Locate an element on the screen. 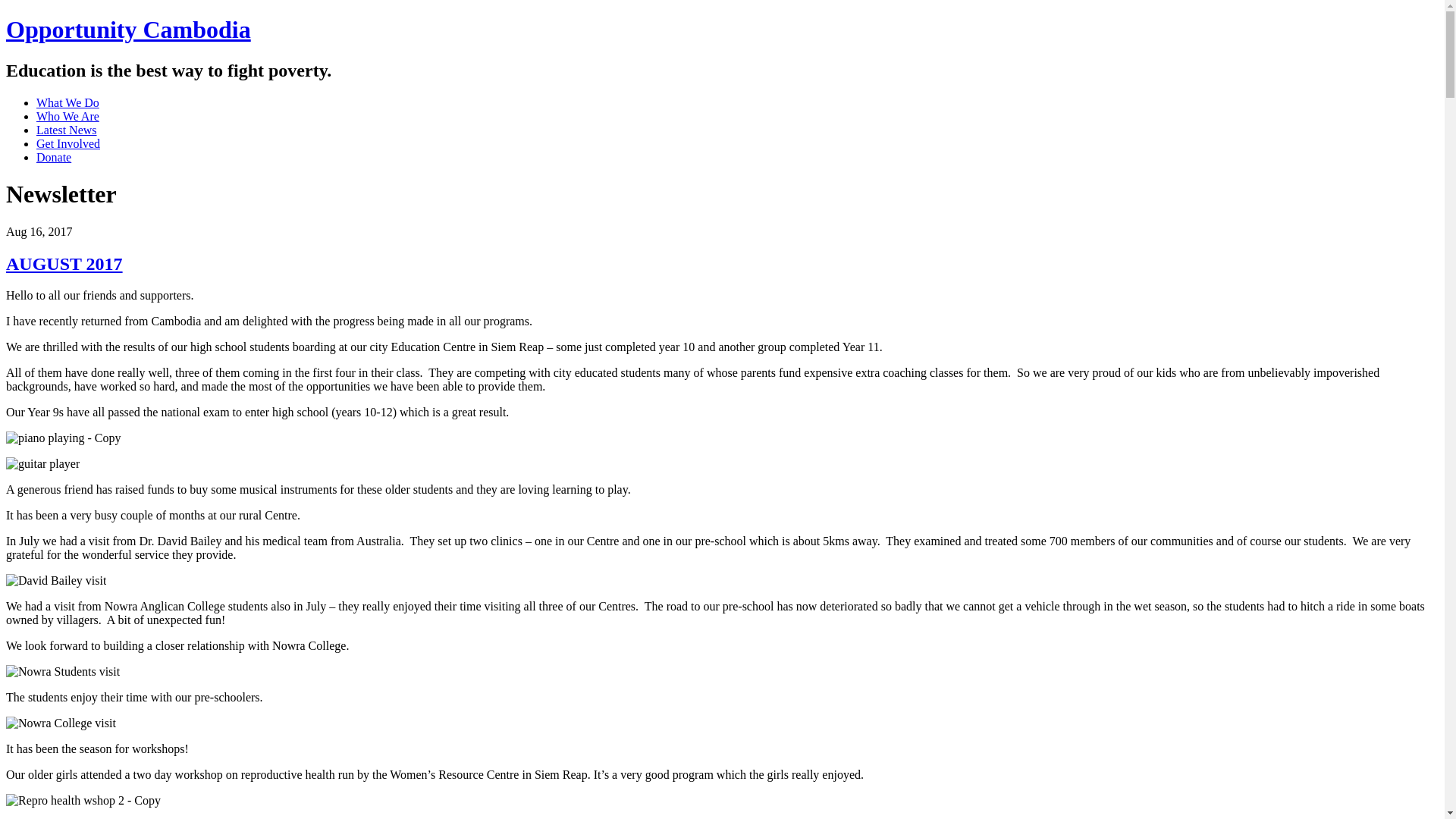 The width and height of the screenshot is (1456, 819). 'Opportunity Cambodia' is located at coordinates (128, 29).